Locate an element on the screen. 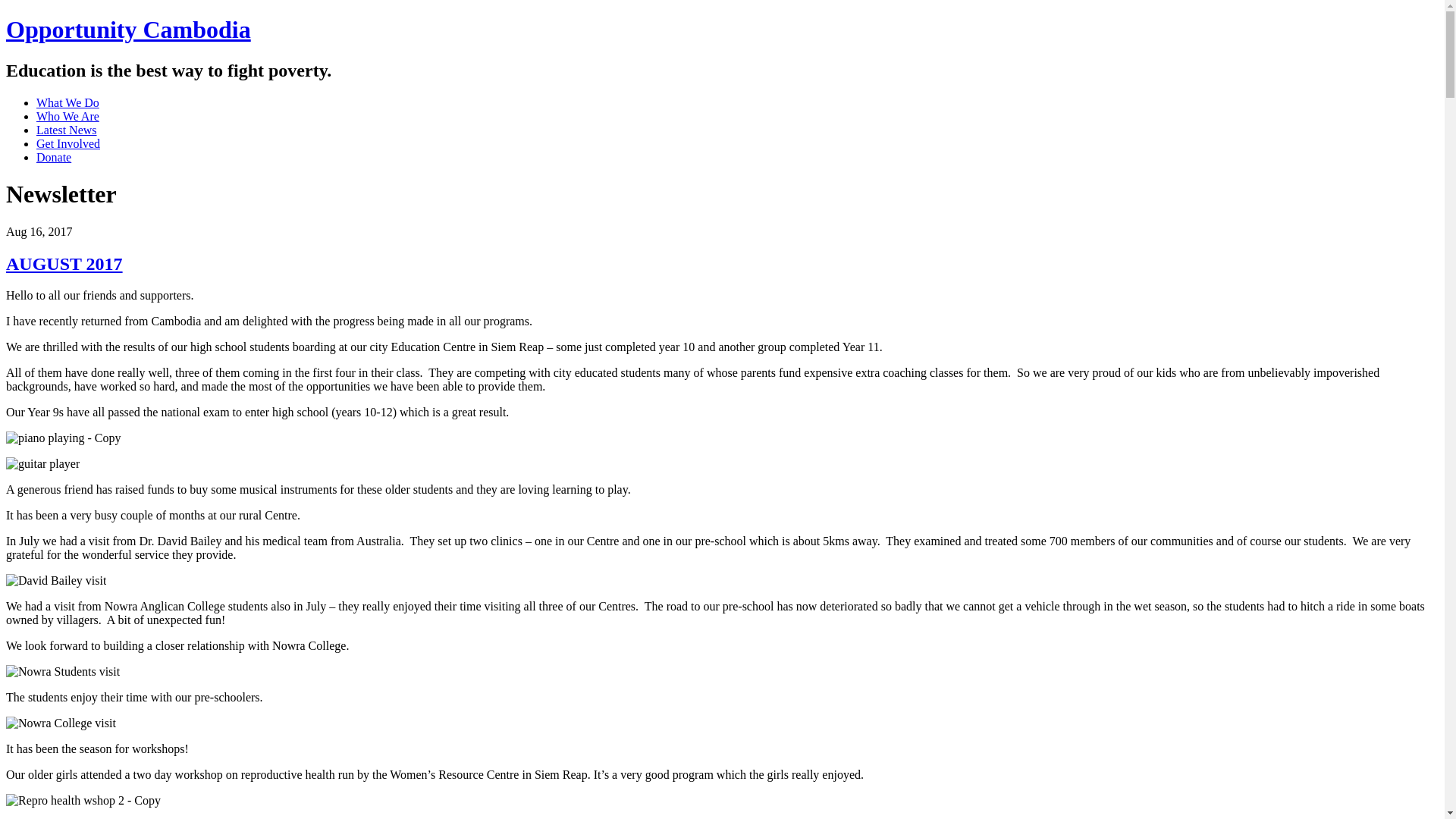 The width and height of the screenshot is (1456, 819). 'Opportunity Cambodia' is located at coordinates (128, 29).